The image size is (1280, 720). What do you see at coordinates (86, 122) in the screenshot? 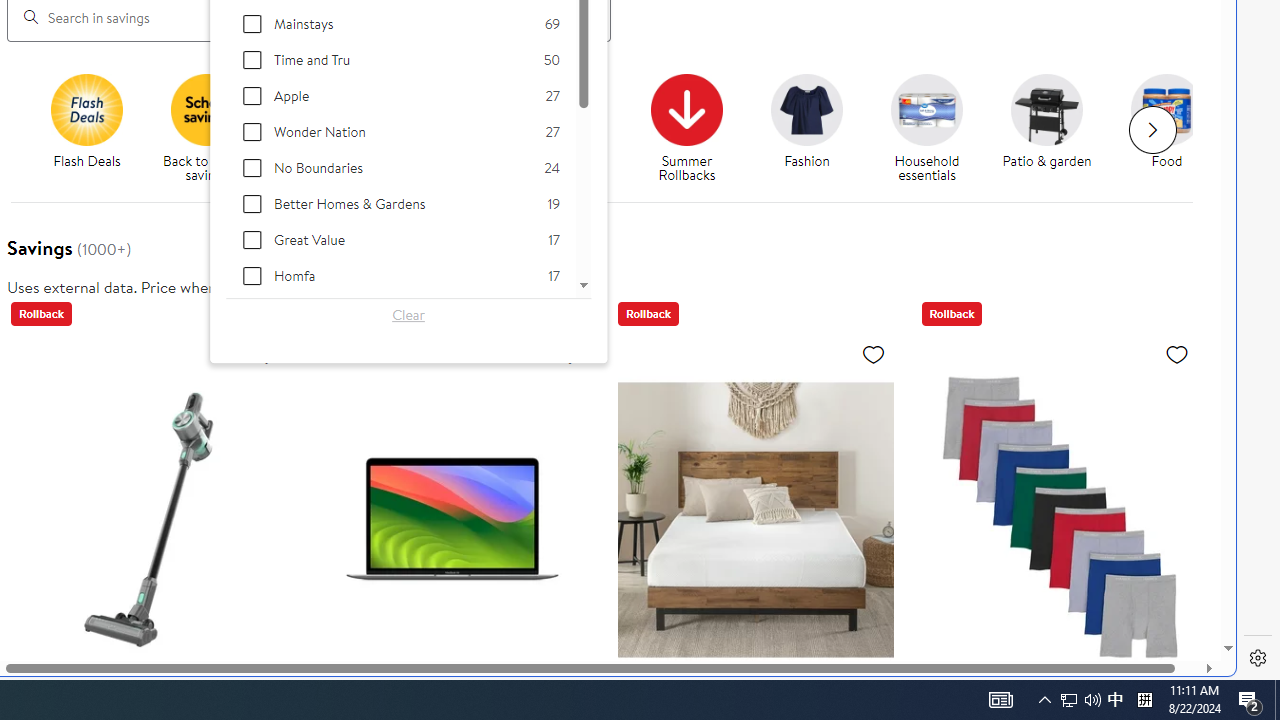
I see `'Flash deals Flash Deals'` at bounding box center [86, 122].